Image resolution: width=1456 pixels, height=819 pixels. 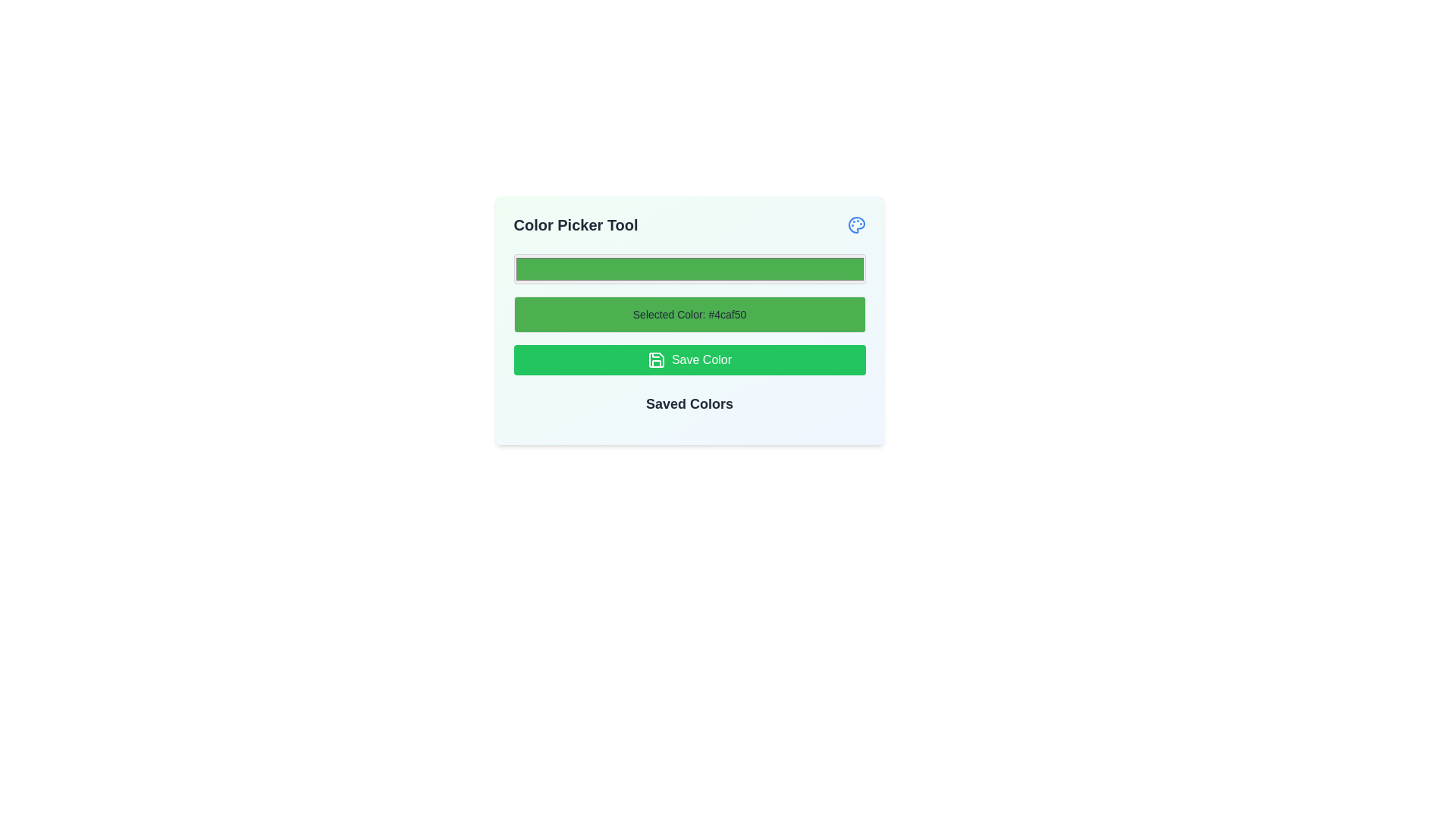 What do you see at coordinates (656, 359) in the screenshot?
I see `the save icon located at the center of the 'Save Color' button in the color picker panel` at bounding box center [656, 359].